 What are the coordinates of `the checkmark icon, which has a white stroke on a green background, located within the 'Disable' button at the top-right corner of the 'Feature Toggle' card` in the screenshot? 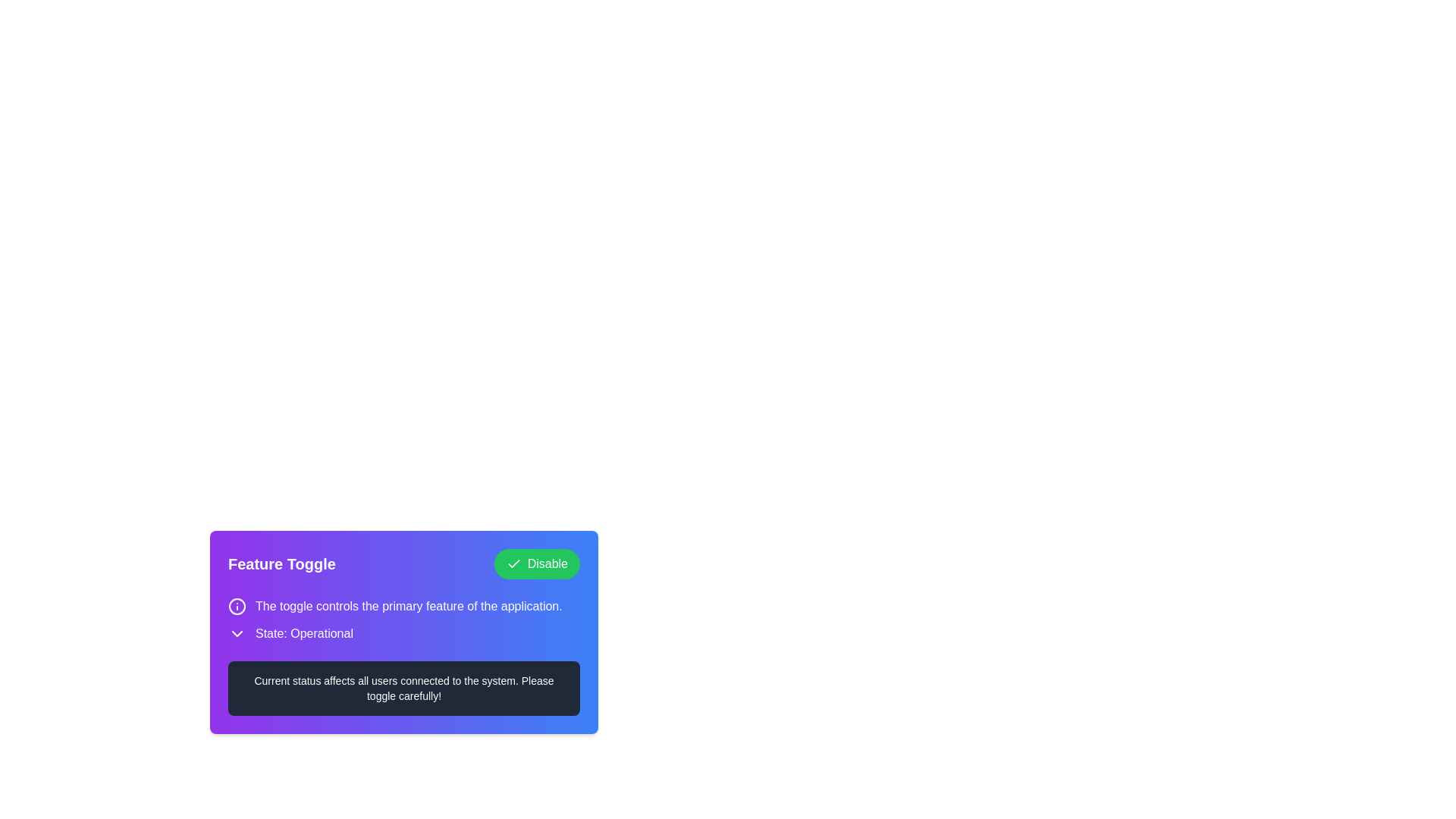 It's located at (513, 563).